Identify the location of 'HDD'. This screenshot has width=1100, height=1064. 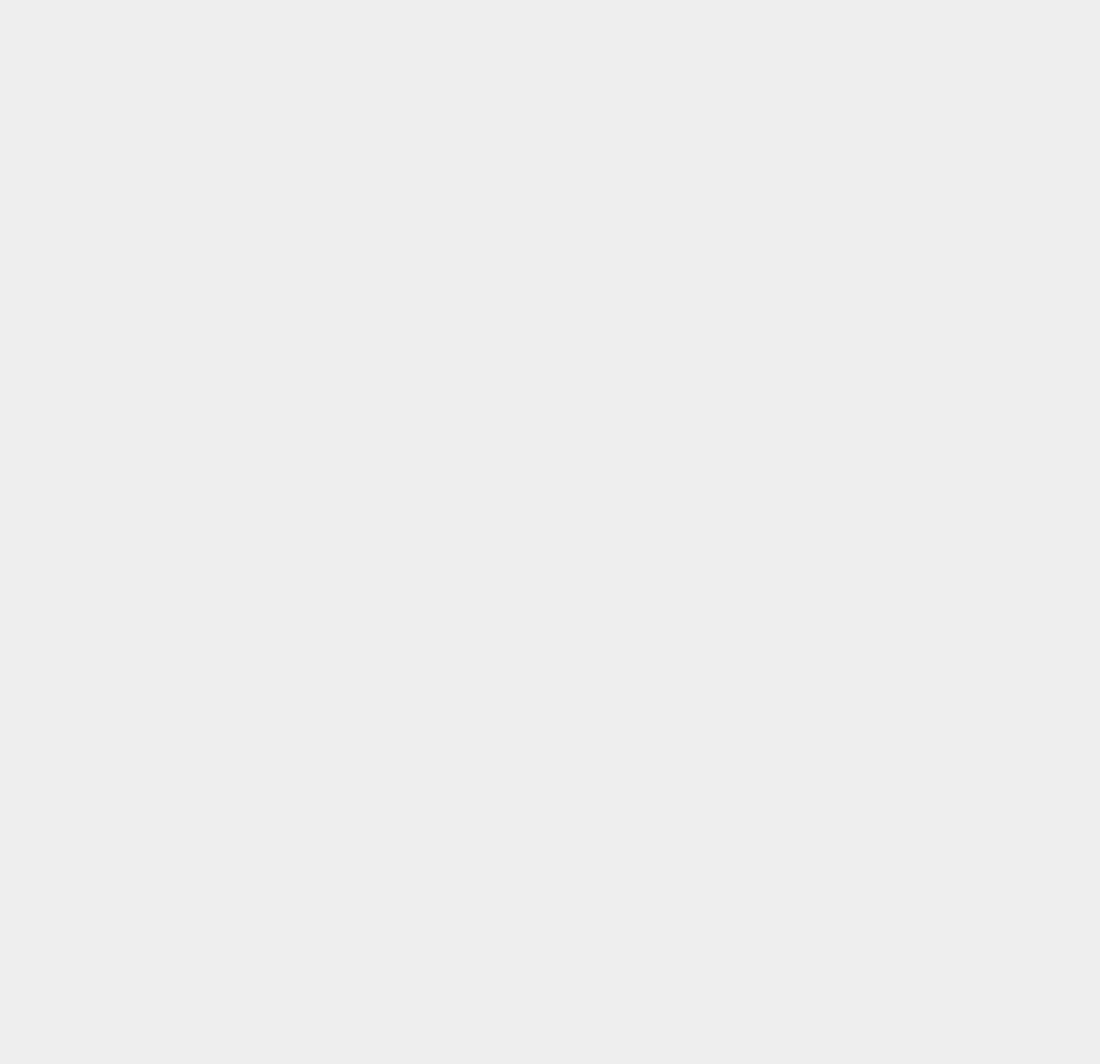
(778, 191).